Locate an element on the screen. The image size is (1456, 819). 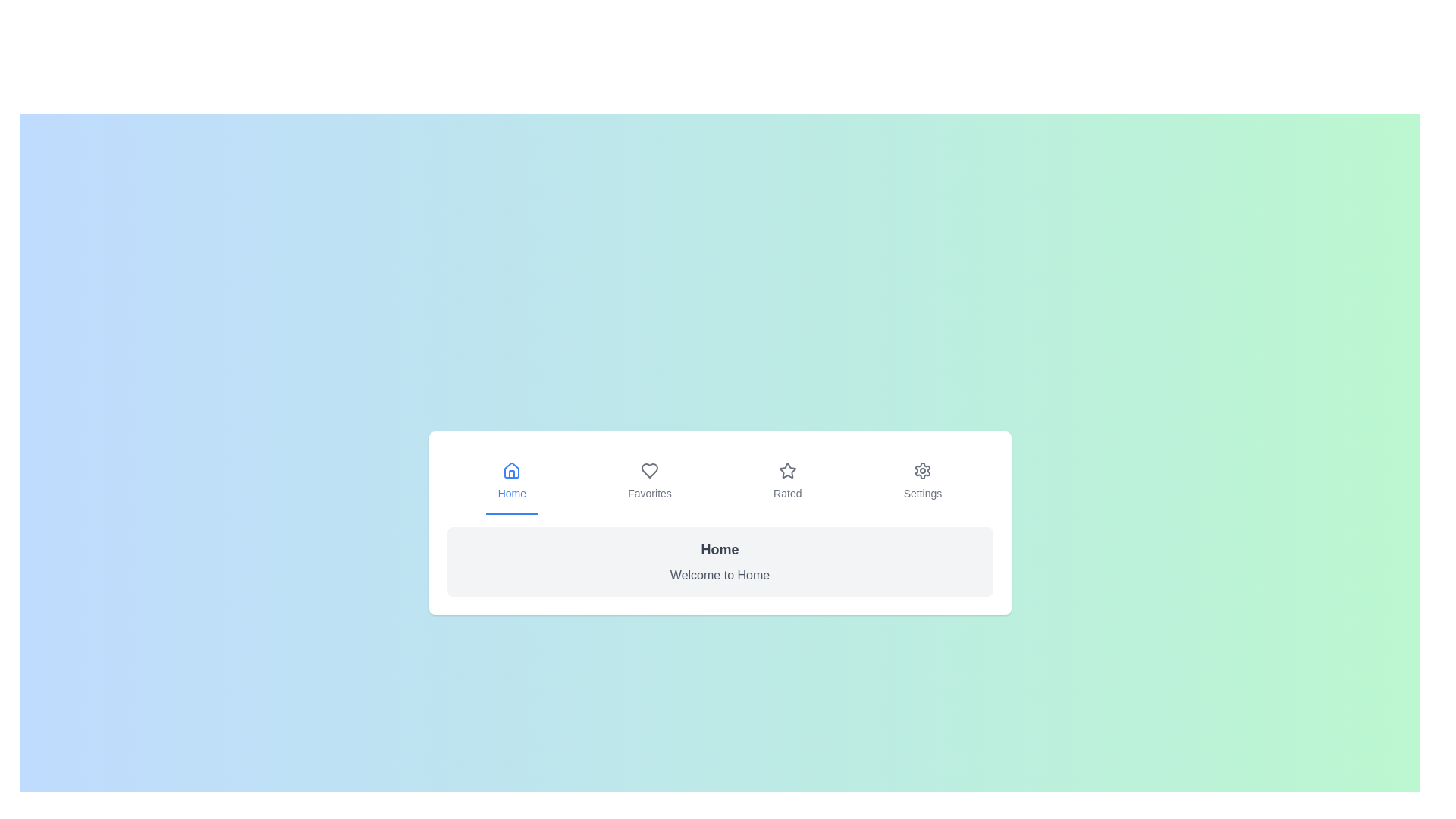
the tab labeled Favorites to activate it is located at coordinates (650, 482).